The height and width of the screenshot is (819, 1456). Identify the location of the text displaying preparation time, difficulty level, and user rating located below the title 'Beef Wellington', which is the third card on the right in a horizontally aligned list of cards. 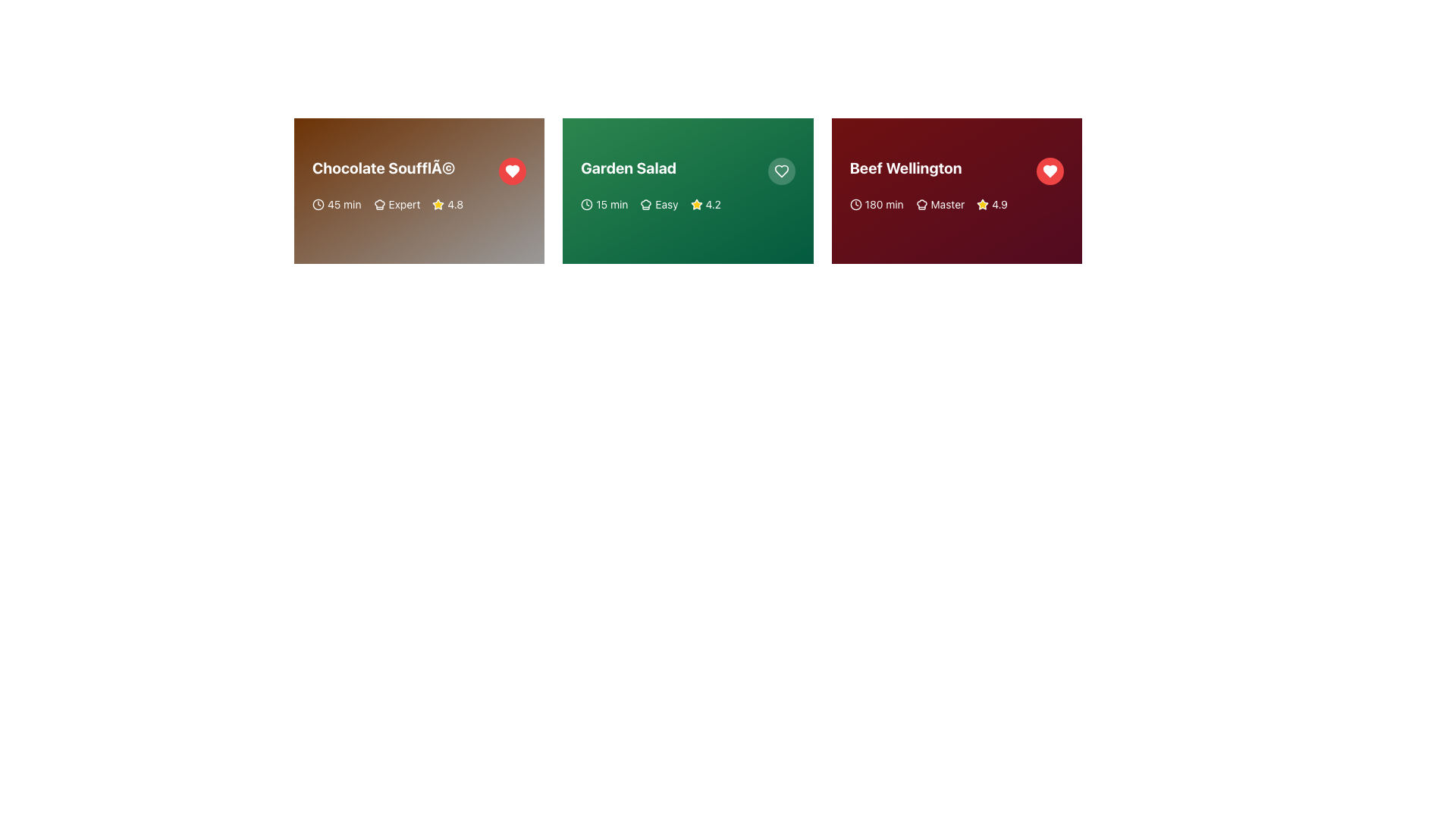
(955, 205).